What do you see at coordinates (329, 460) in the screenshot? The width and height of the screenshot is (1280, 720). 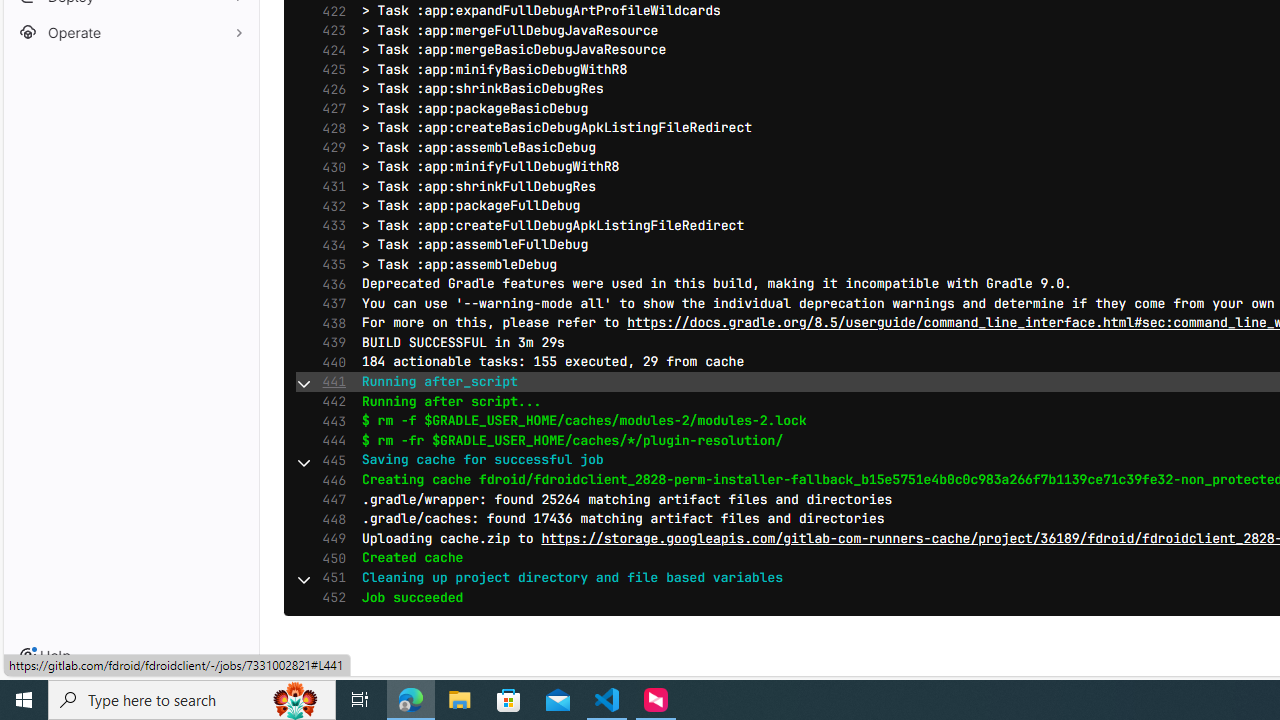 I see `'445'` at bounding box center [329, 460].